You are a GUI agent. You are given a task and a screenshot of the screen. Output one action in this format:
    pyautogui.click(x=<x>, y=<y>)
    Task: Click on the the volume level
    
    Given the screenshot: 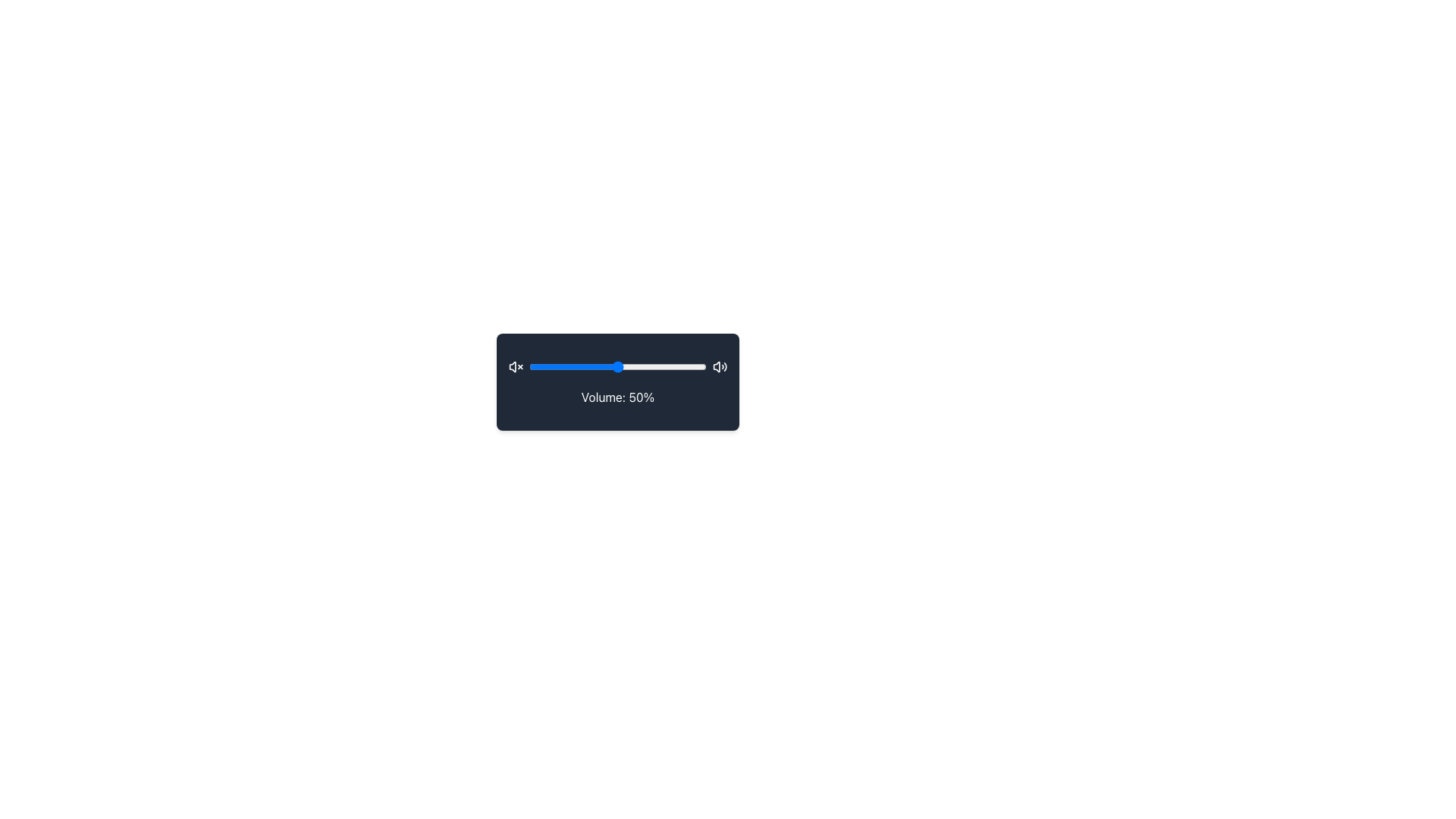 What is the action you would take?
    pyautogui.click(x=632, y=366)
    